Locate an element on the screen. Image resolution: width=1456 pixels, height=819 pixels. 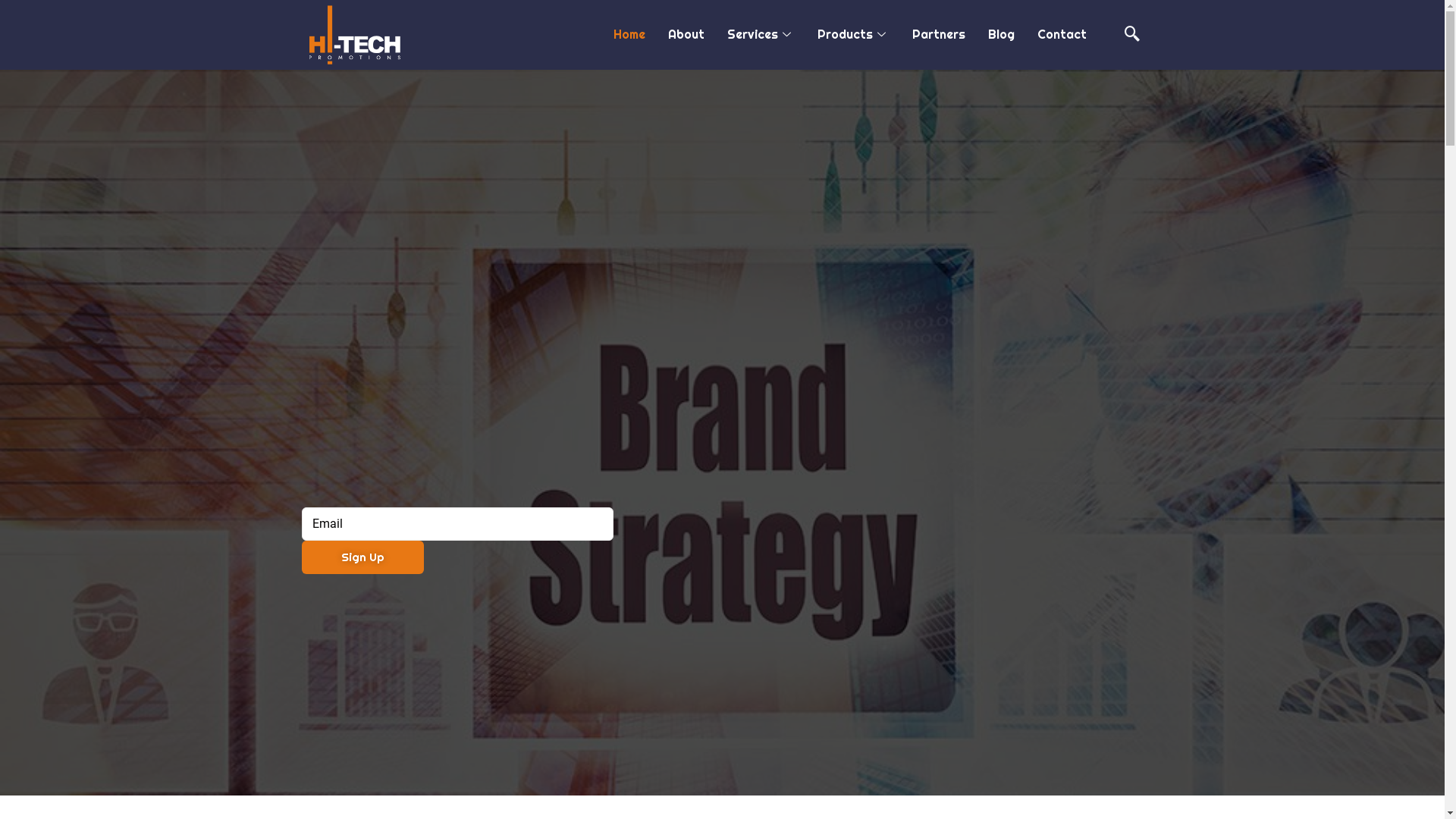
'Partners' is located at coordinates (901, 34).